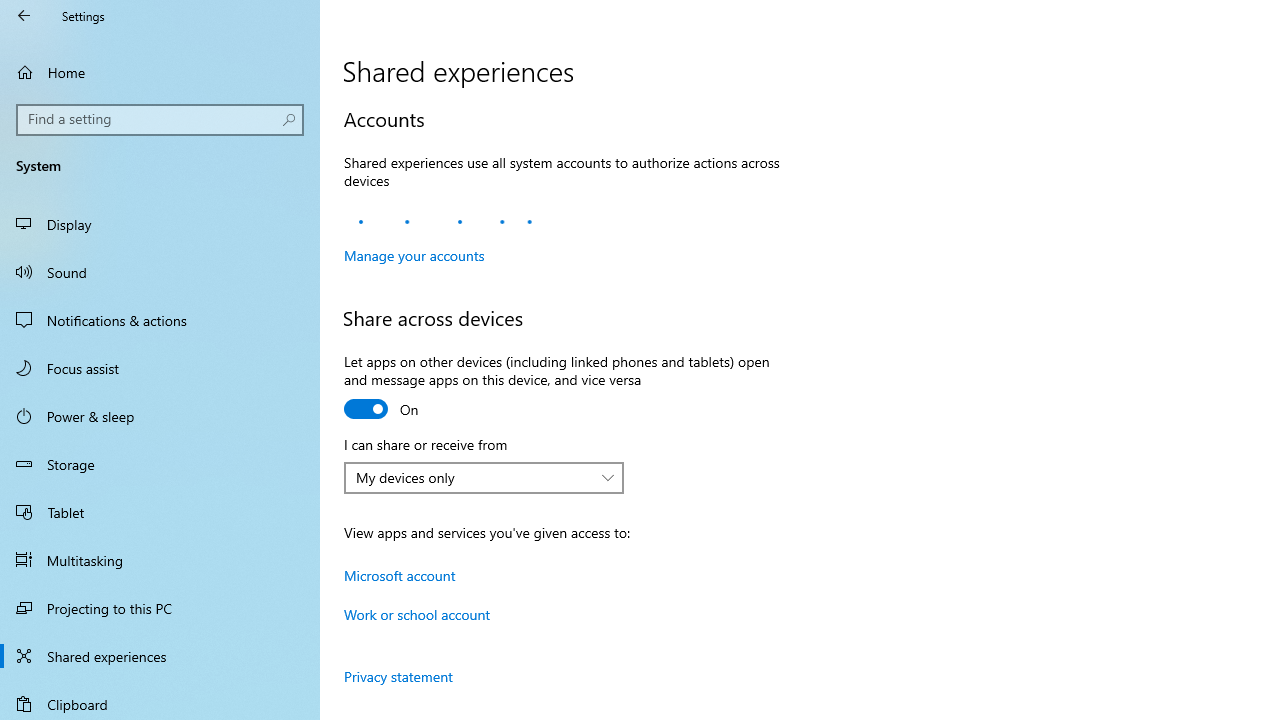 The image size is (1280, 720). I want to click on 'Storage', so click(160, 464).